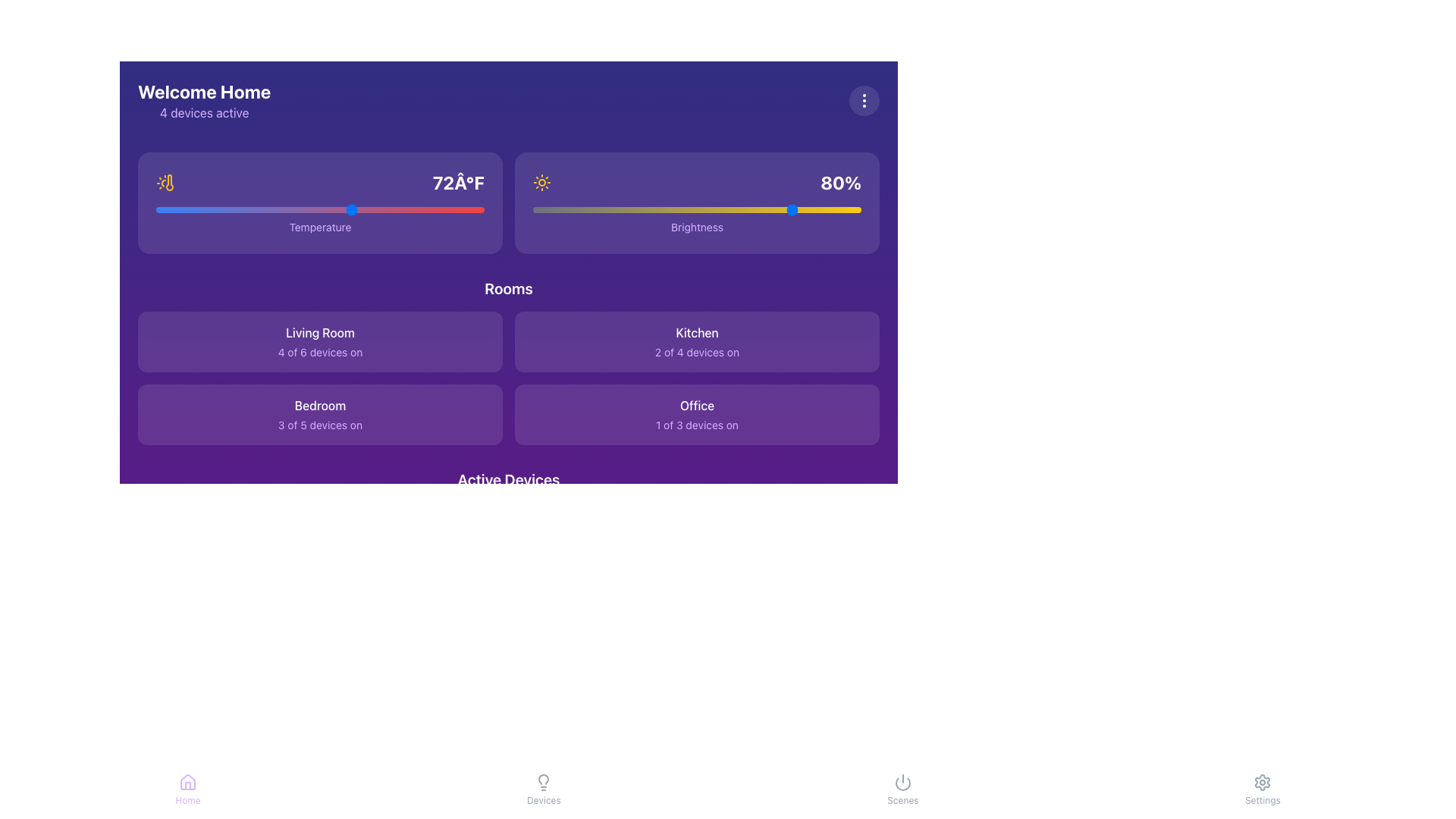 This screenshot has height=819, width=1456. What do you see at coordinates (203, 91) in the screenshot?
I see `the greeting text label located in the top-left corner of the primary panel, which is above the text '4 devices active'` at bounding box center [203, 91].